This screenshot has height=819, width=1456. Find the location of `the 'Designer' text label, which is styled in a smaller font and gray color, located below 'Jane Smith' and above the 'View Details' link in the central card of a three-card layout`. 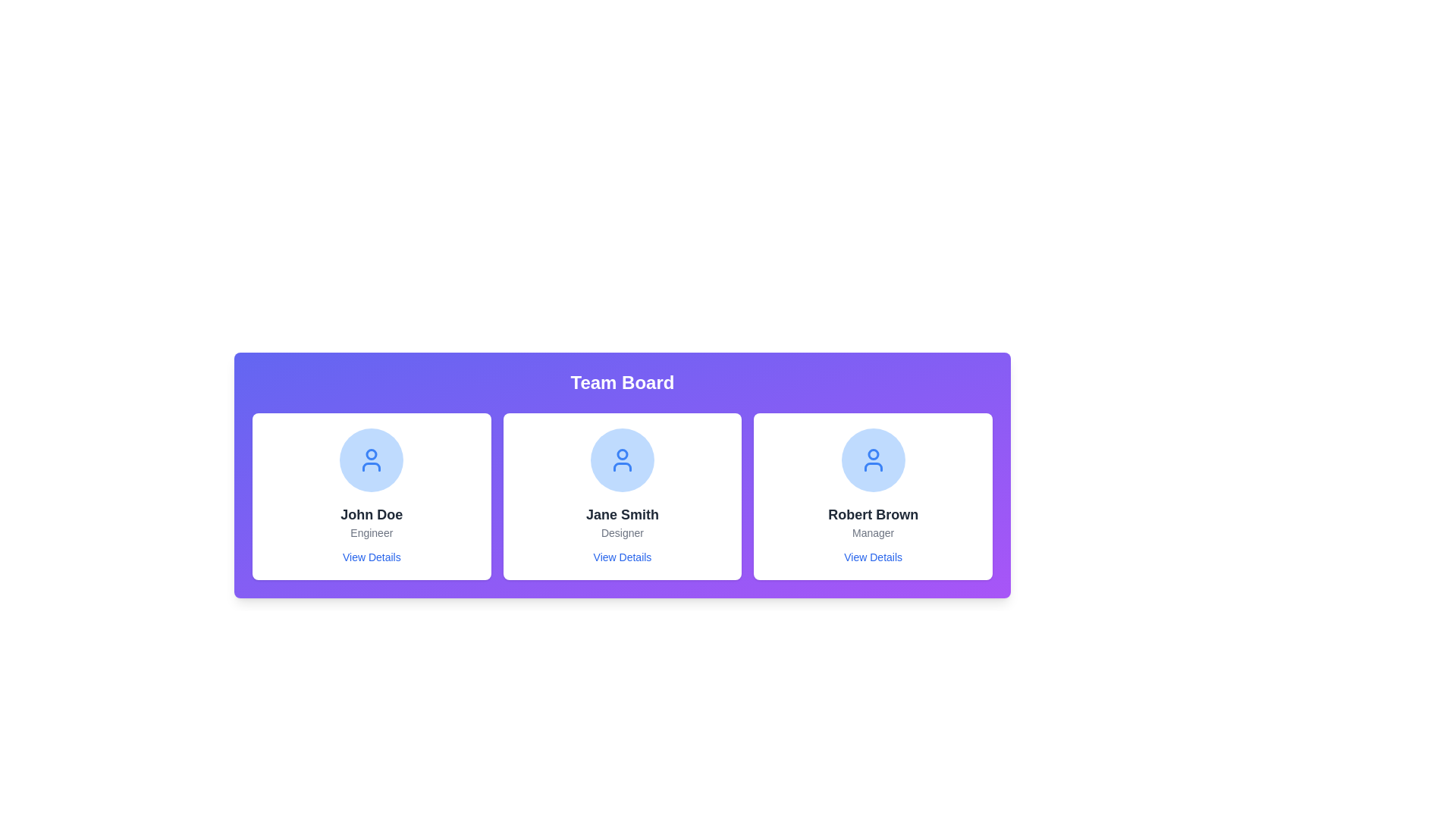

the 'Designer' text label, which is styled in a smaller font and gray color, located below 'Jane Smith' and above the 'View Details' link in the central card of a three-card layout is located at coordinates (622, 532).